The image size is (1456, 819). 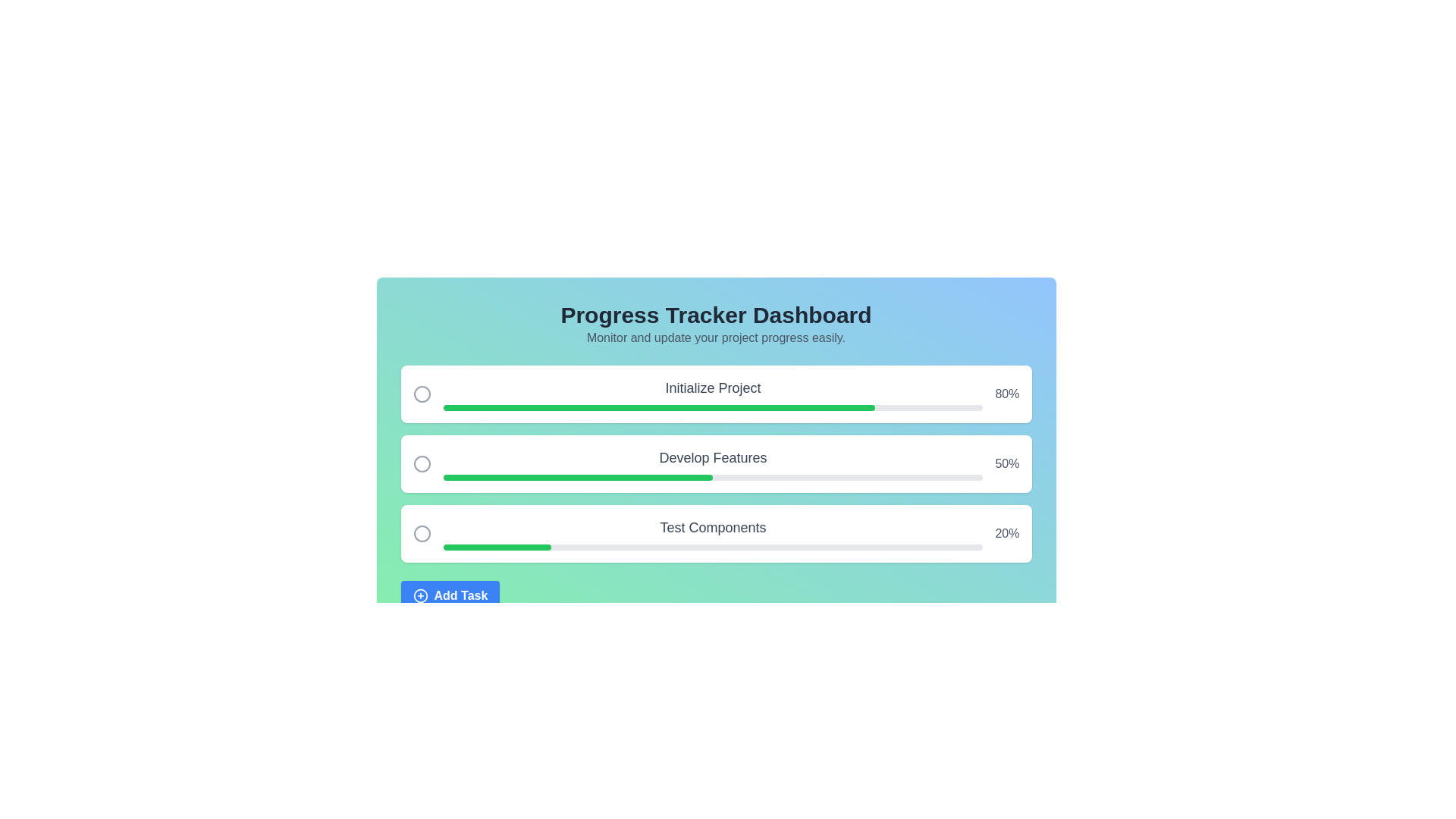 What do you see at coordinates (712, 476) in the screenshot?
I see `the second progress bar indicating 'Develop Features' which shows 50% completion, located in the Progress Tracker Dashboard` at bounding box center [712, 476].